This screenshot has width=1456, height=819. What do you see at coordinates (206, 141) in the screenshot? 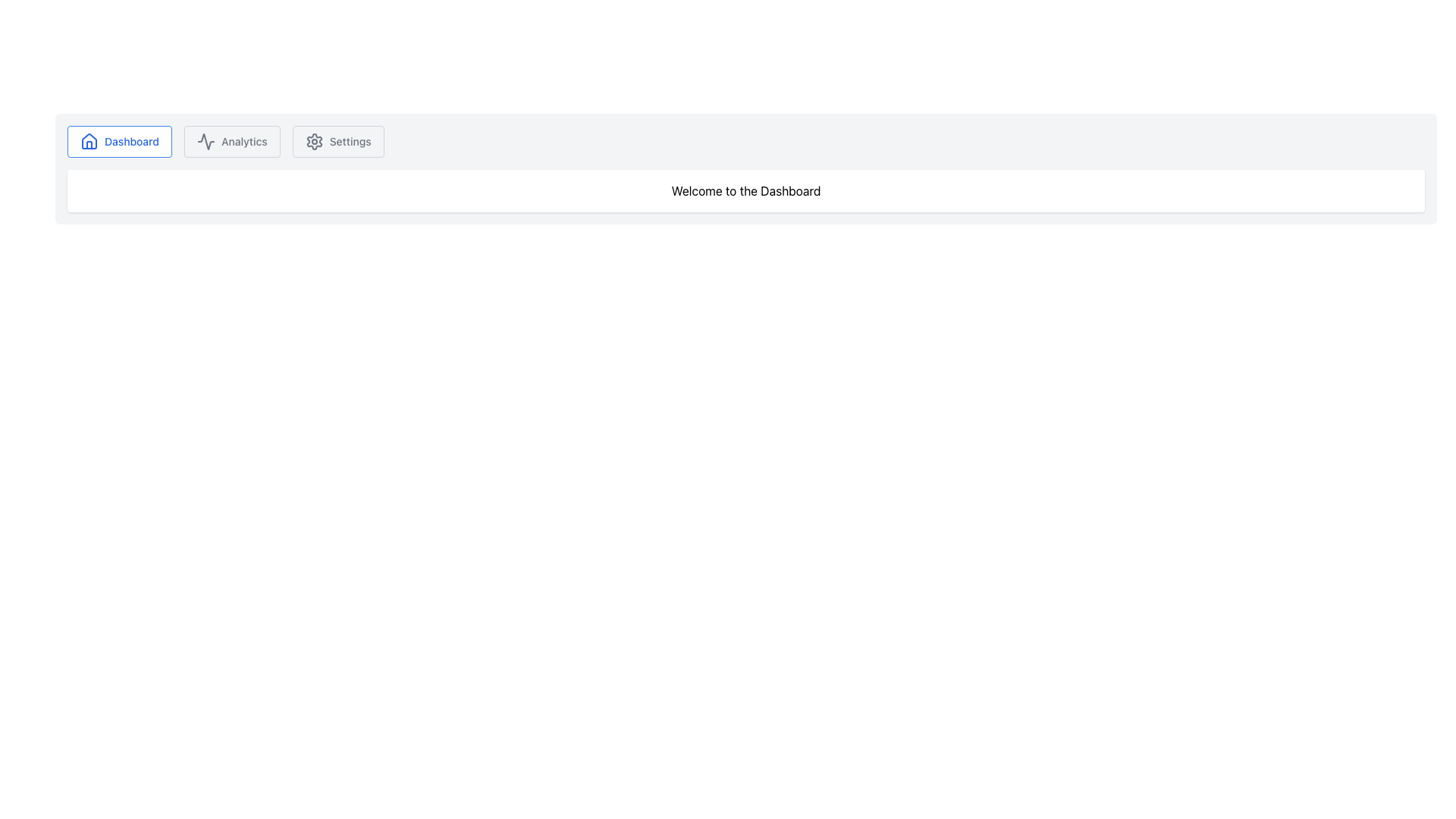
I see `the analytics icon located on the navigation bar, which is second from the left` at bounding box center [206, 141].